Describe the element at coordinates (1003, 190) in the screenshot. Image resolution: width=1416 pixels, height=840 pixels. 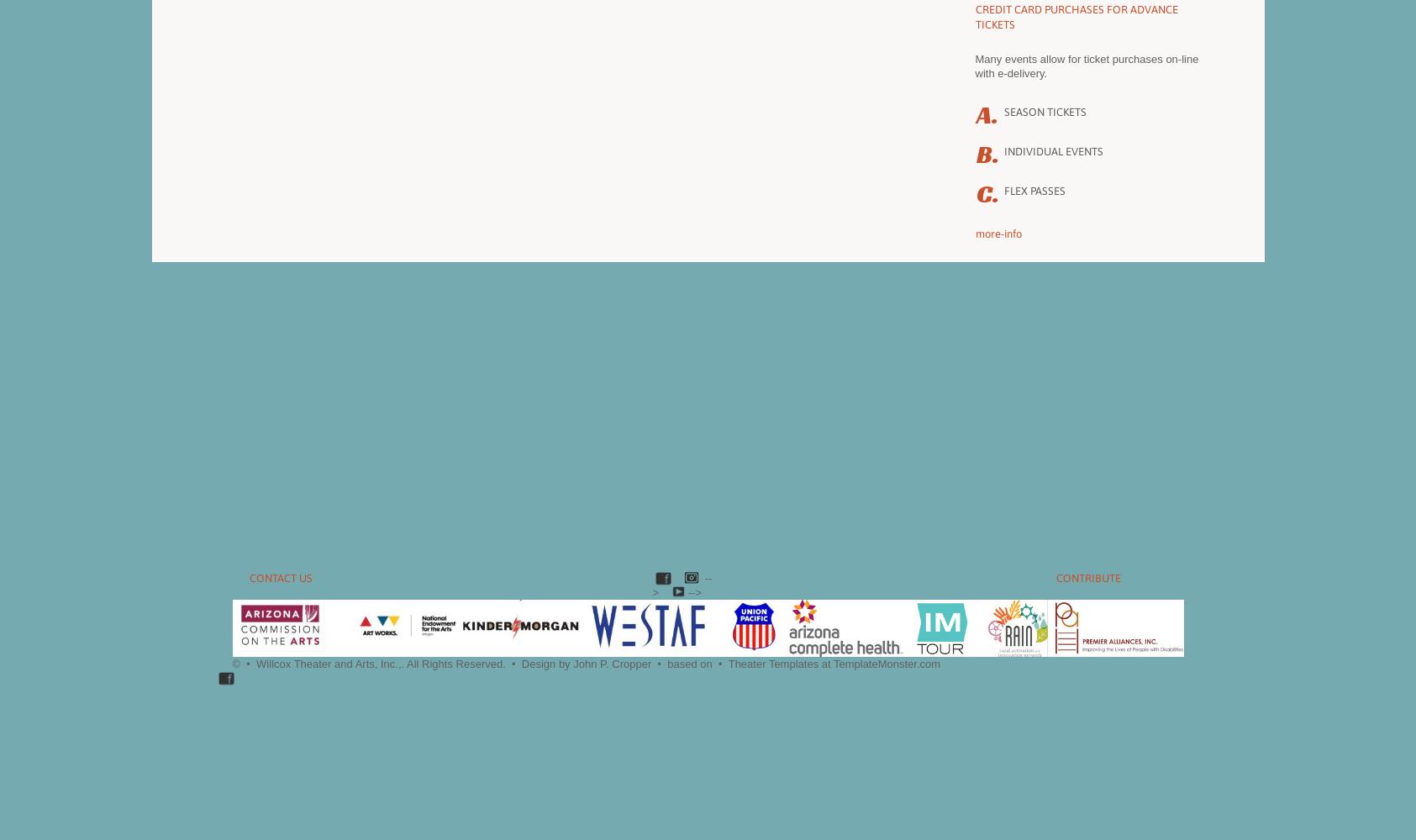
I see `'Flex Passes'` at that location.